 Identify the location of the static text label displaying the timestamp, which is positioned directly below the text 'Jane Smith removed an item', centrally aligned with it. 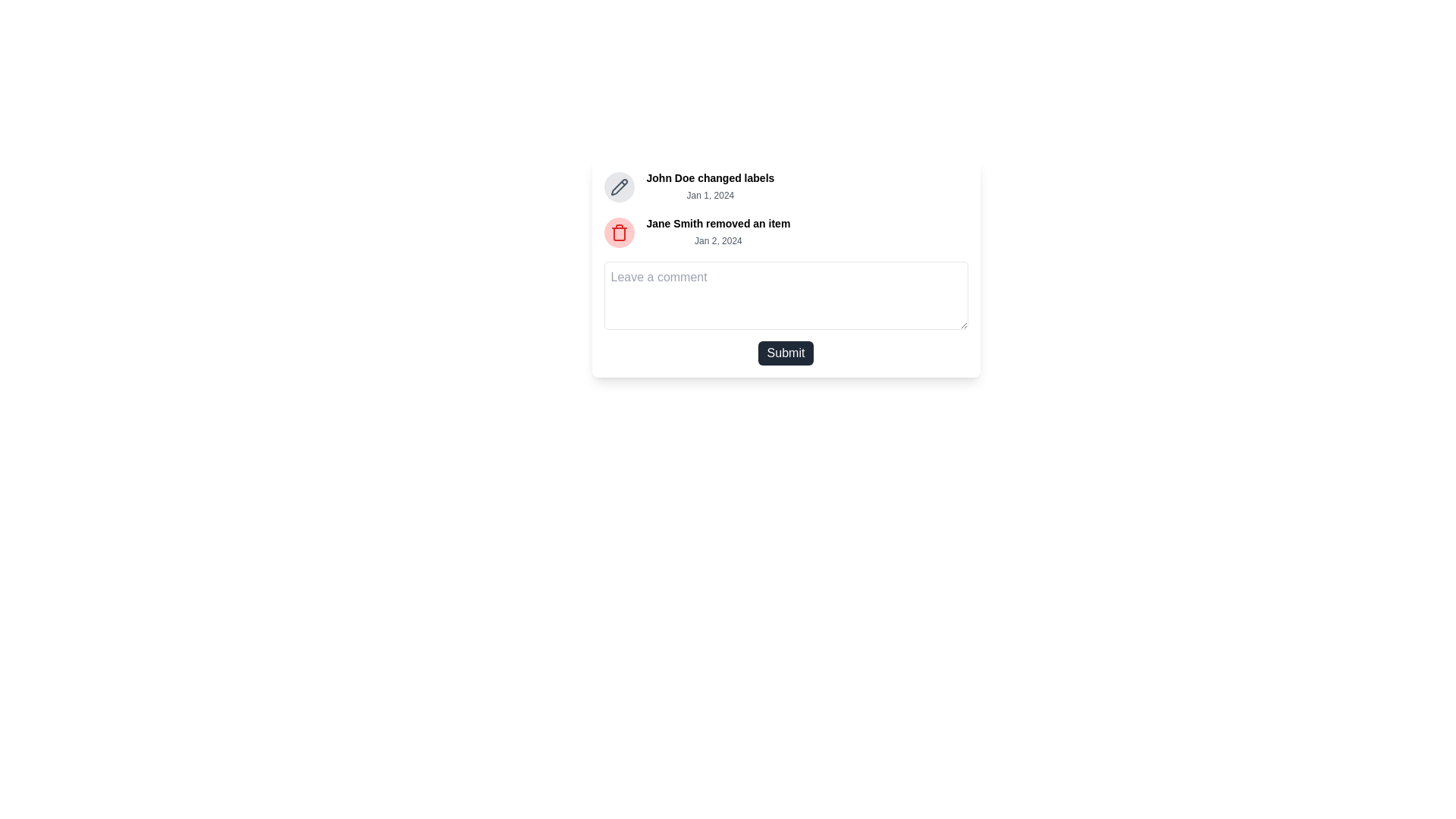
(717, 240).